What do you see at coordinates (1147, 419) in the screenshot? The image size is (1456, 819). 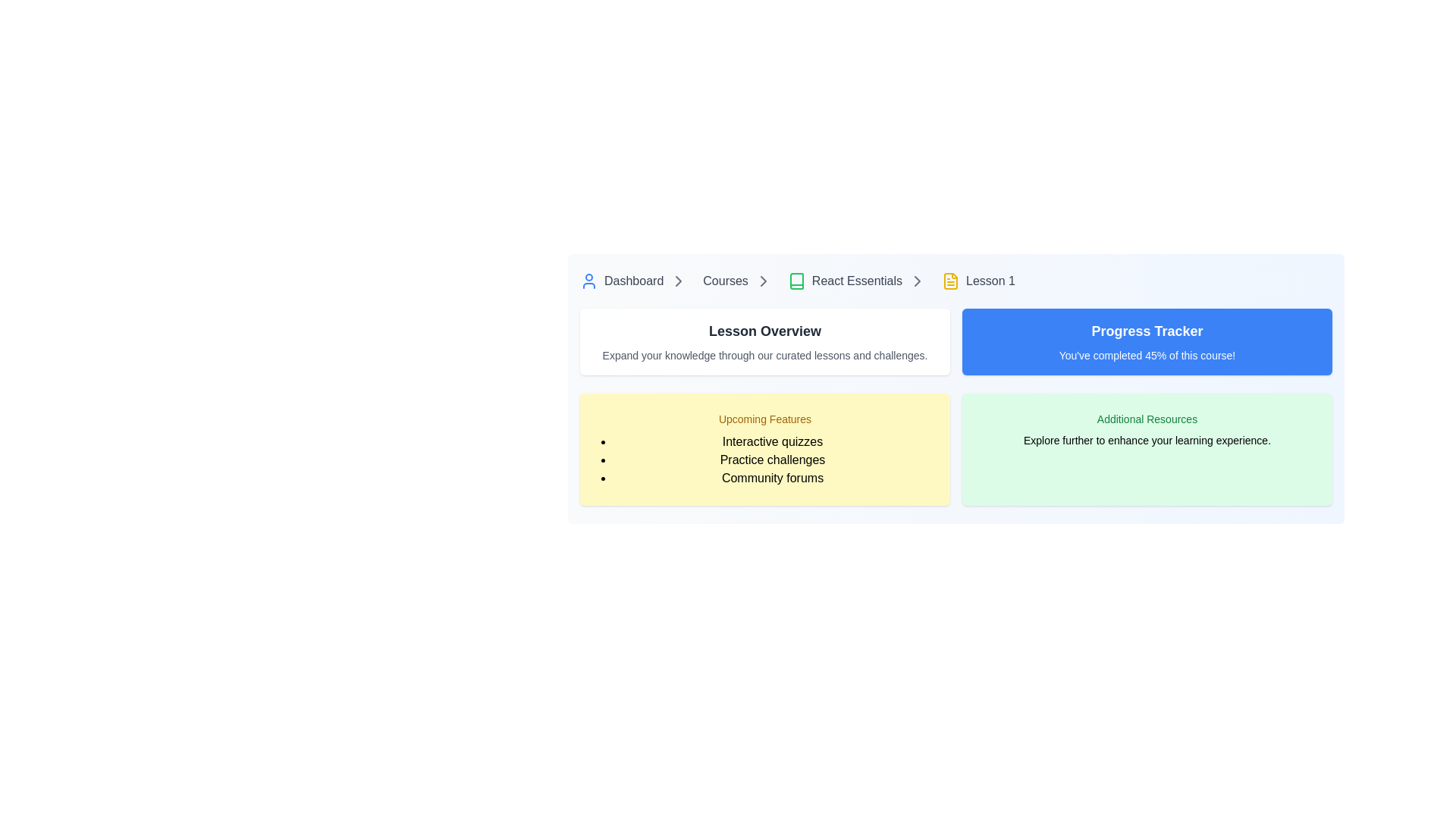 I see `the text heading that serves as a title for the section indicating additional resources, located in the green box under the 'Progress Tracker' card` at bounding box center [1147, 419].